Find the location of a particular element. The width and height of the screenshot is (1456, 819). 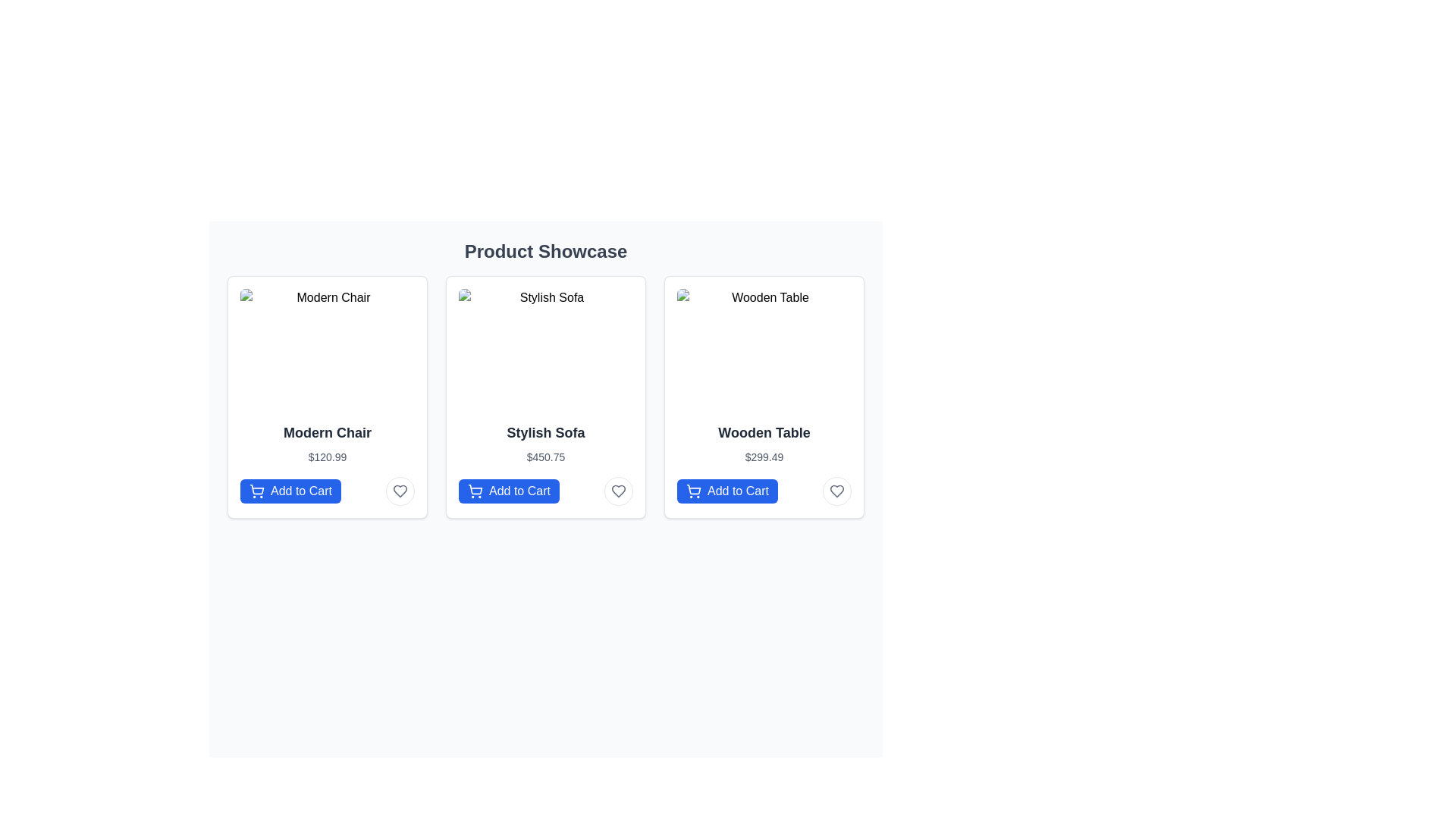

the primary action button is located at coordinates (509, 491).